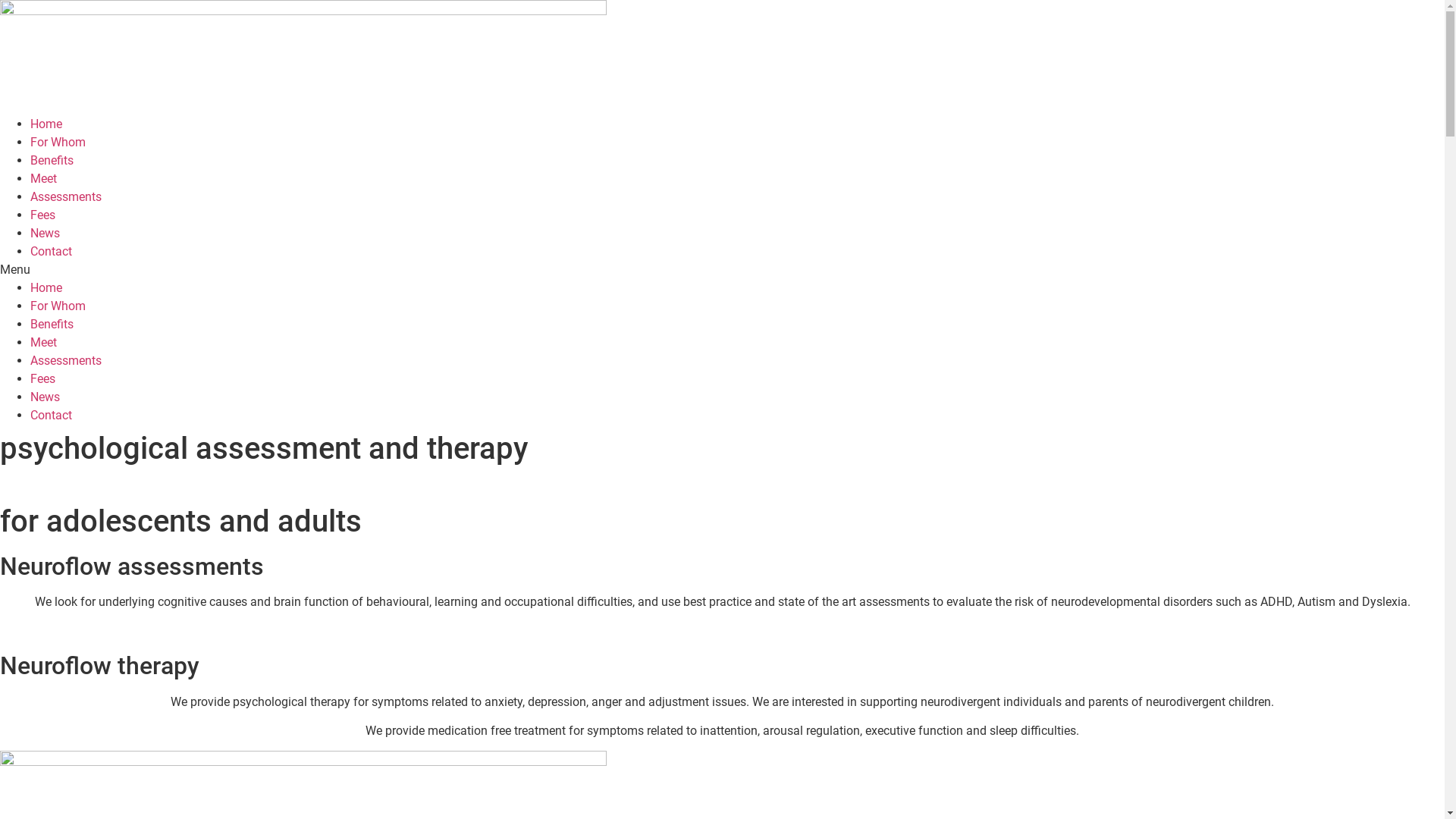  I want to click on 'Home', so click(46, 123).